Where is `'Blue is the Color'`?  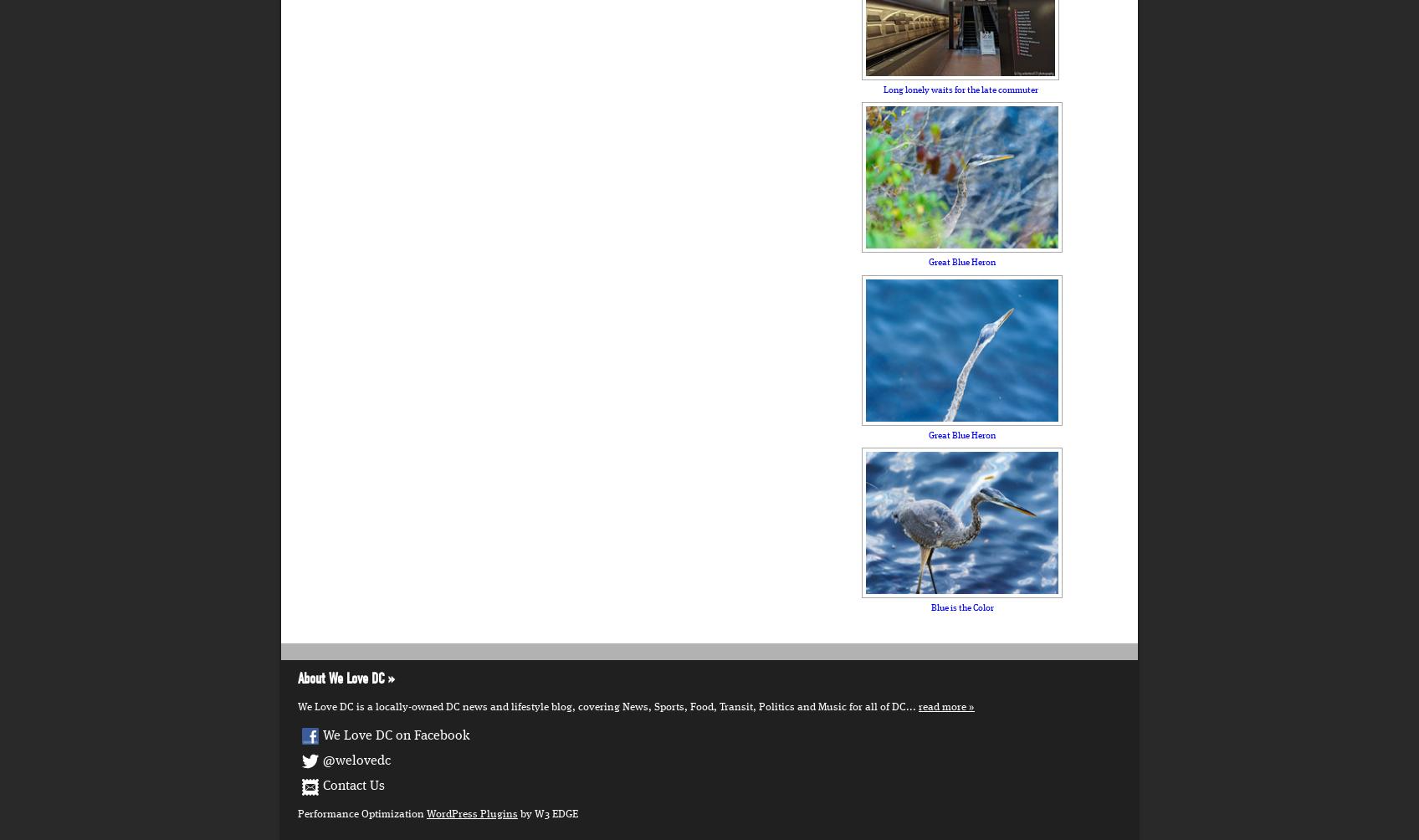
'Blue is the Color' is located at coordinates (961, 606).